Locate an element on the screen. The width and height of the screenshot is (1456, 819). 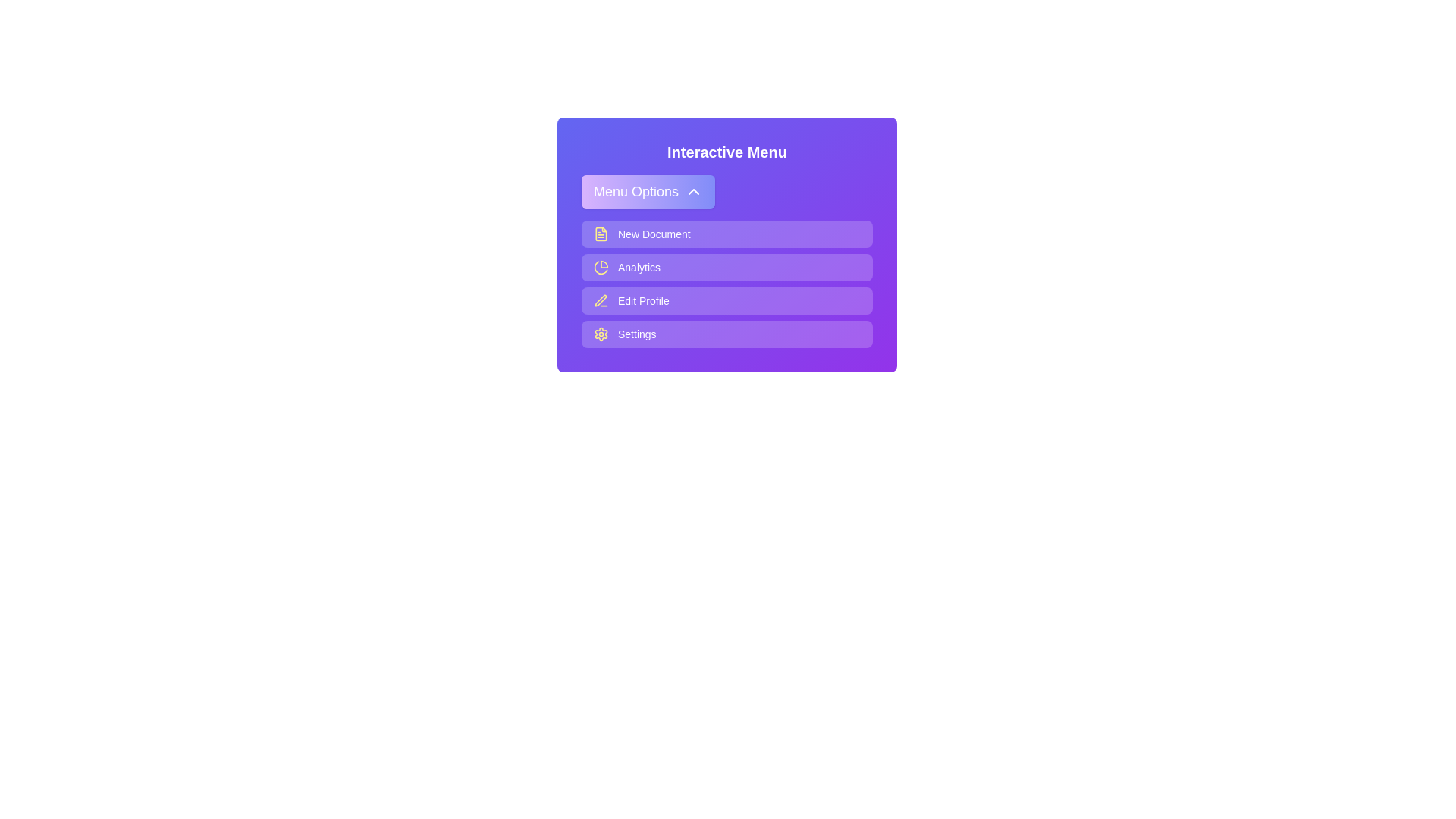
the Dropdown trigger button labeled 'Menu Options' with a gradient background and a downward-facing chevron icon is located at coordinates (648, 191).